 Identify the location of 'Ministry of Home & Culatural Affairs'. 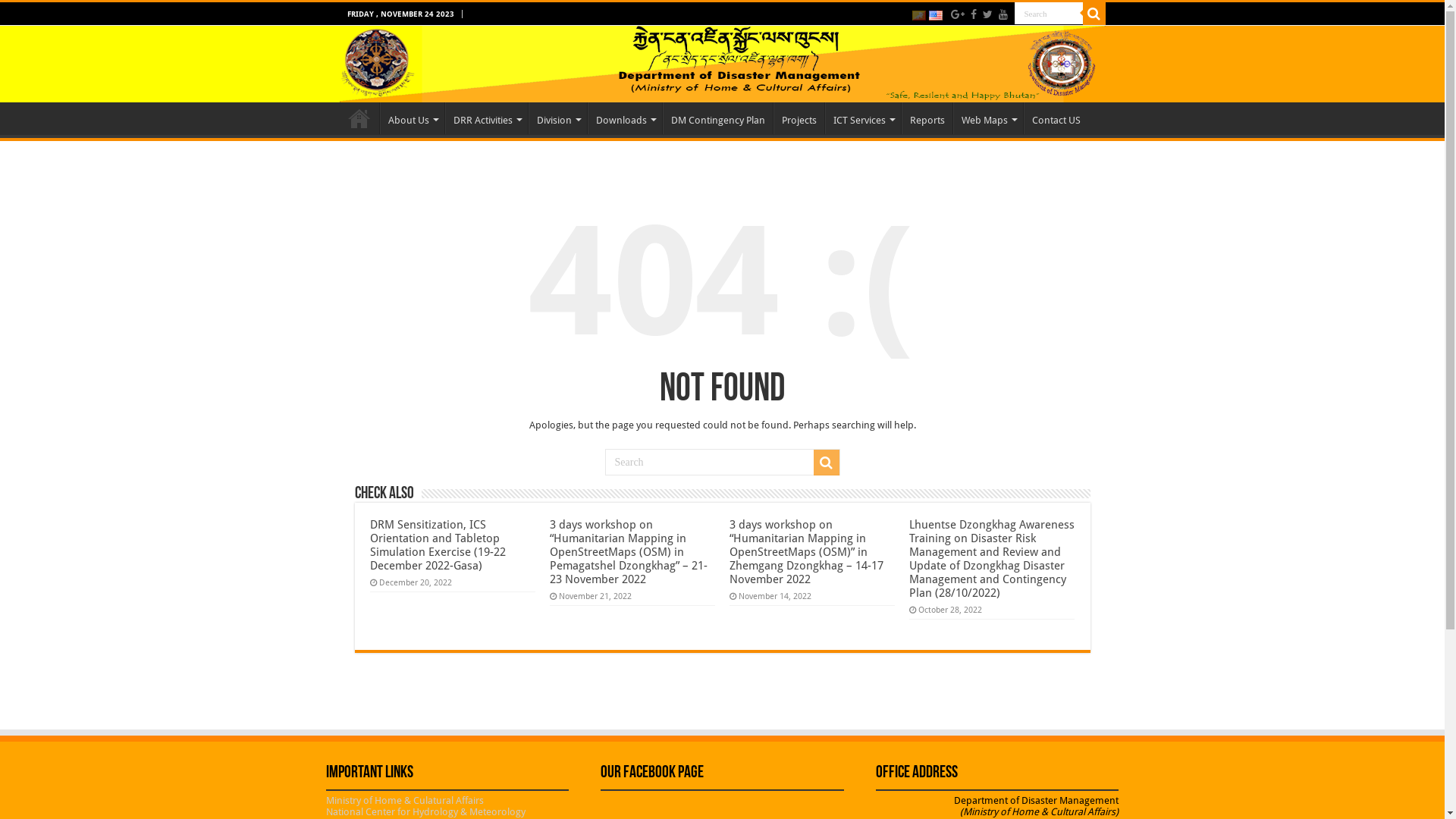
(404, 799).